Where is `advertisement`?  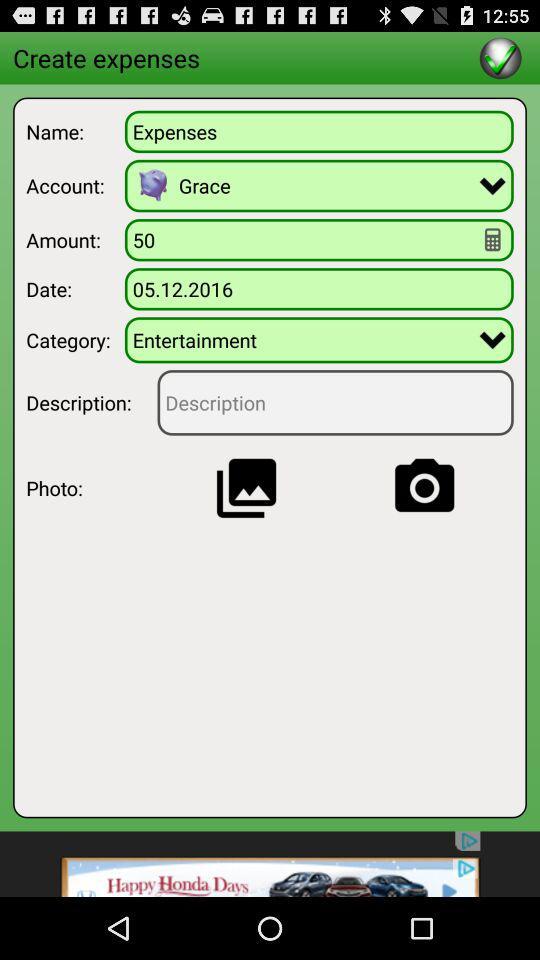 advertisement is located at coordinates (270, 863).